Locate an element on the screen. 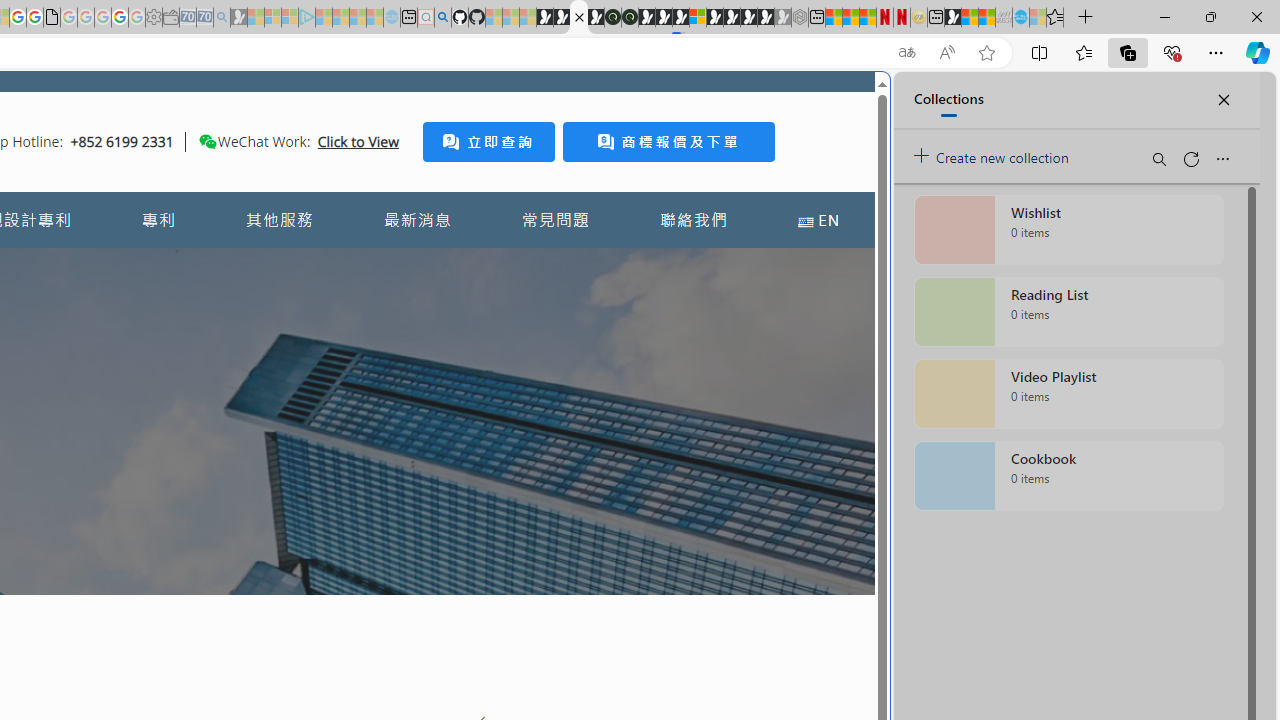 Image resolution: width=1280 pixels, height=720 pixels. 'Wallet - Sleeping' is located at coordinates (170, 17).